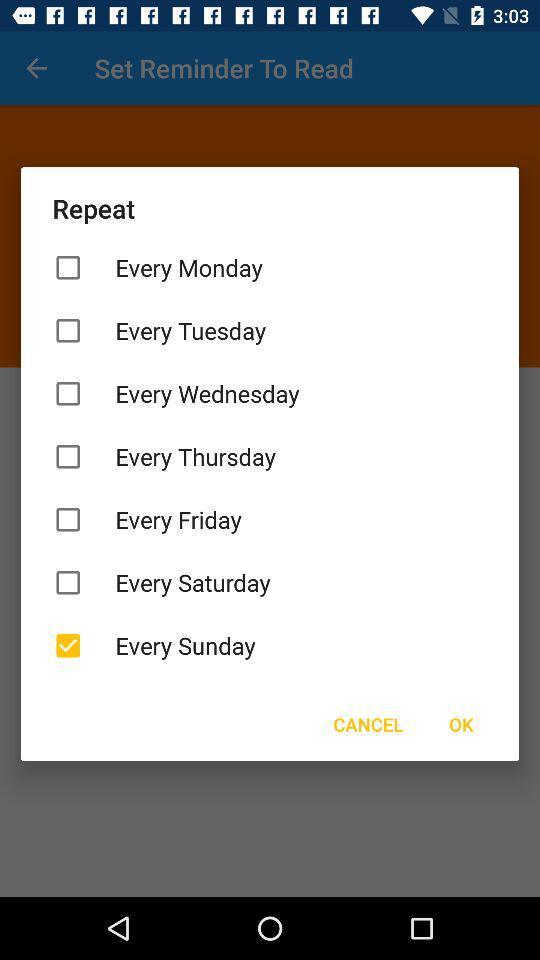 Image resolution: width=540 pixels, height=960 pixels. What do you see at coordinates (270, 518) in the screenshot?
I see `icon below every thursday item` at bounding box center [270, 518].